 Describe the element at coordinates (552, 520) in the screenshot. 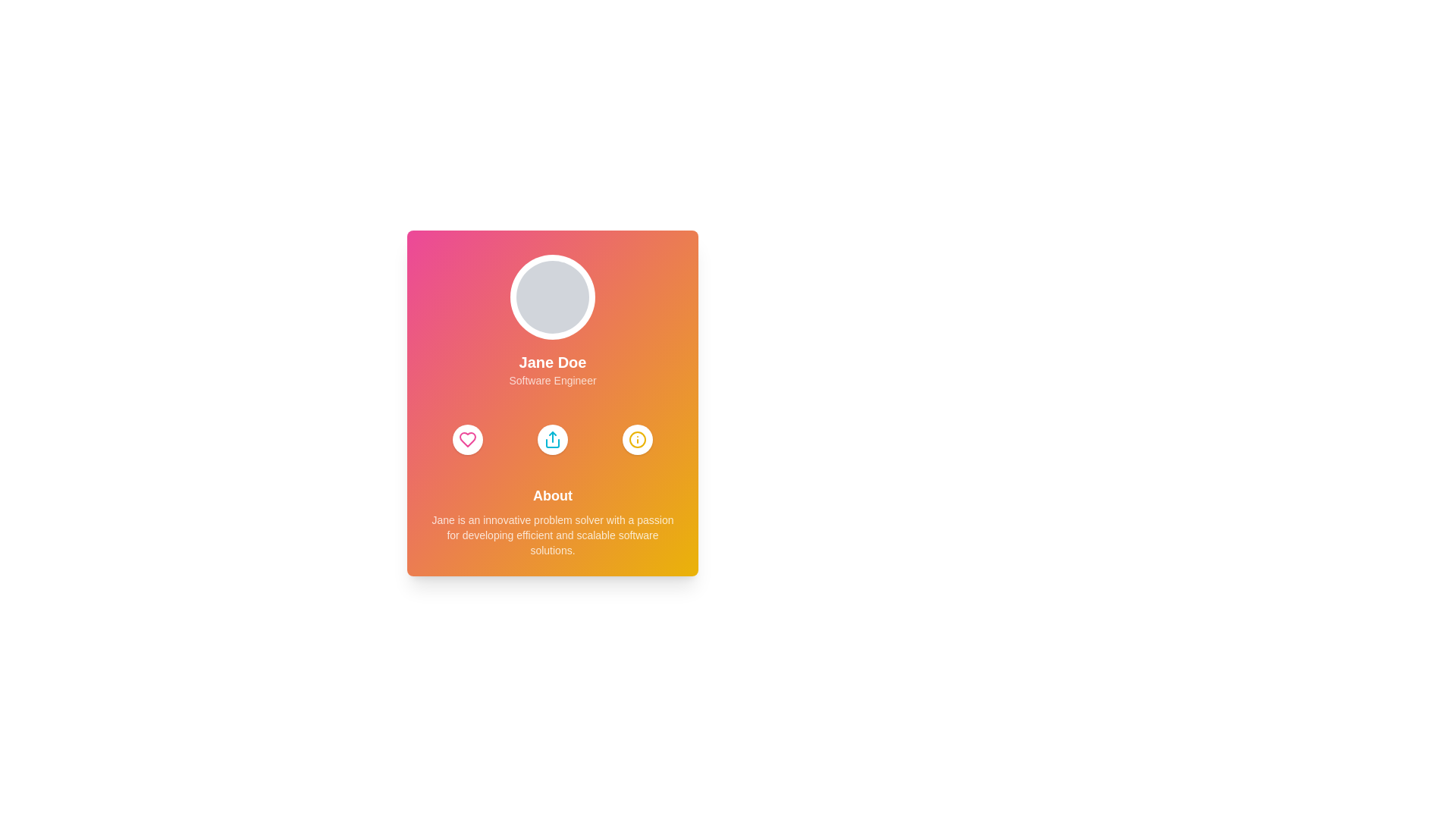

I see `text content block titled 'About' located at the bottom of the card, which provides details about 'Jane'` at that location.